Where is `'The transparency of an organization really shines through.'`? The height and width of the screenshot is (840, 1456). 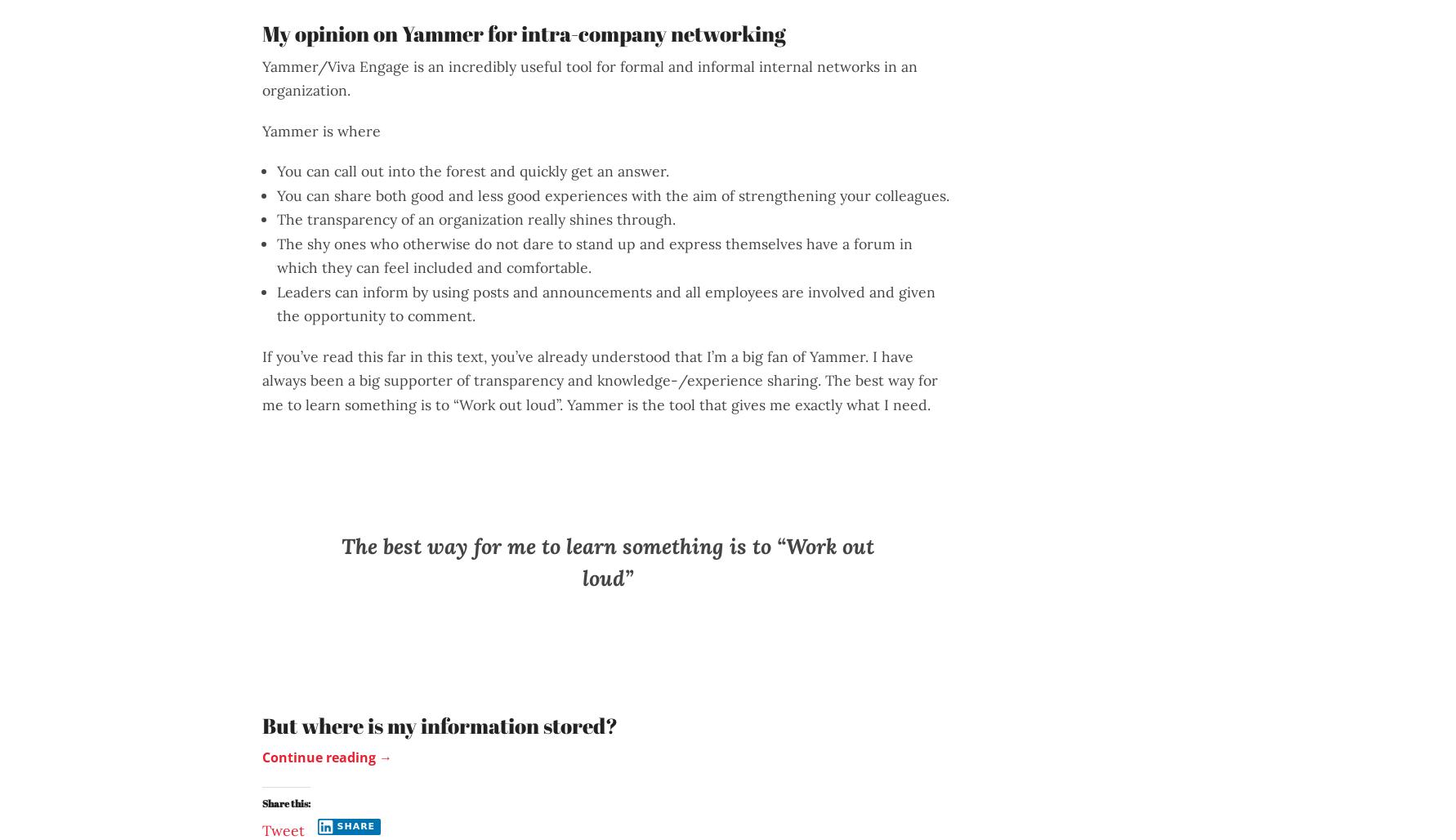
'The transparency of an organization really shines through.' is located at coordinates (476, 219).